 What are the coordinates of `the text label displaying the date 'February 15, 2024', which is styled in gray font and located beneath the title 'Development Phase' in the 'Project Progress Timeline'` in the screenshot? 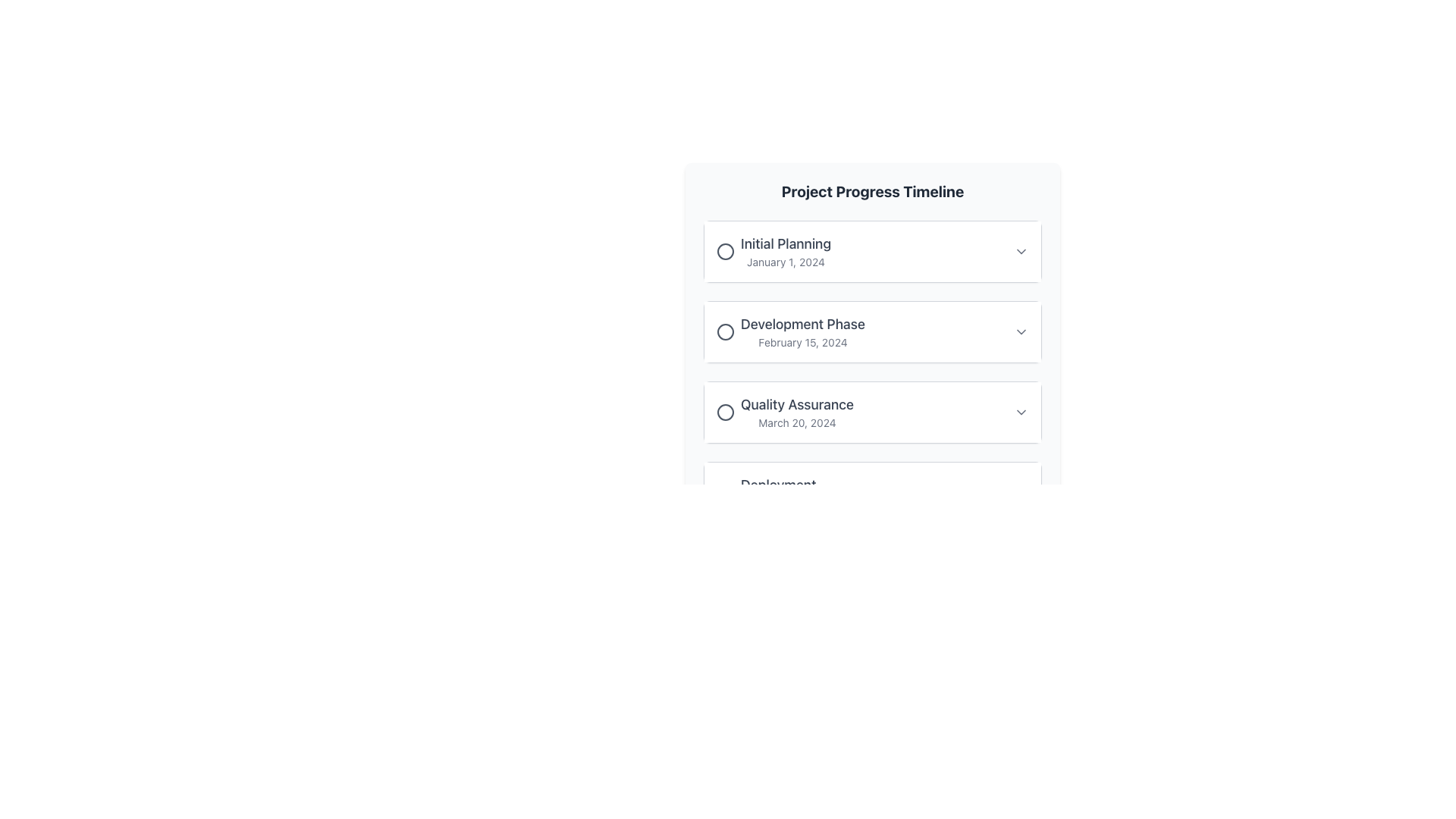 It's located at (802, 342).